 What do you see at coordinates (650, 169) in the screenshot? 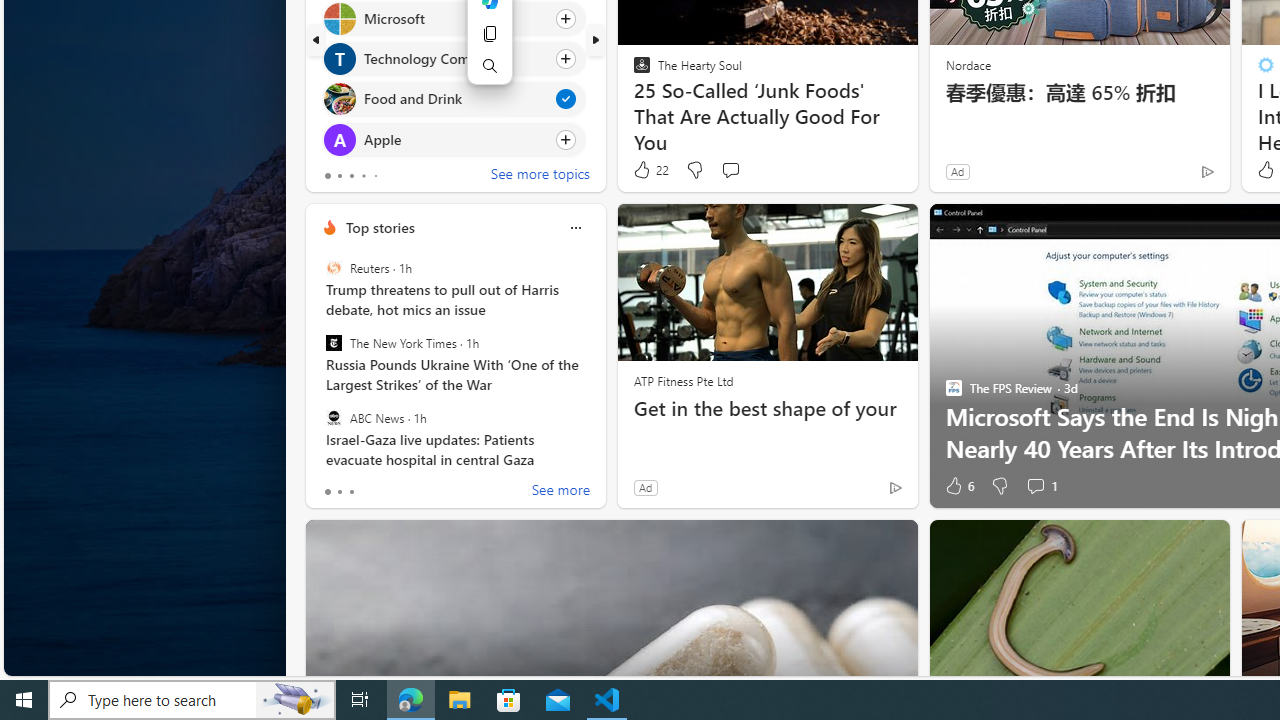
I see `'22 Like'` at bounding box center [650, 169].